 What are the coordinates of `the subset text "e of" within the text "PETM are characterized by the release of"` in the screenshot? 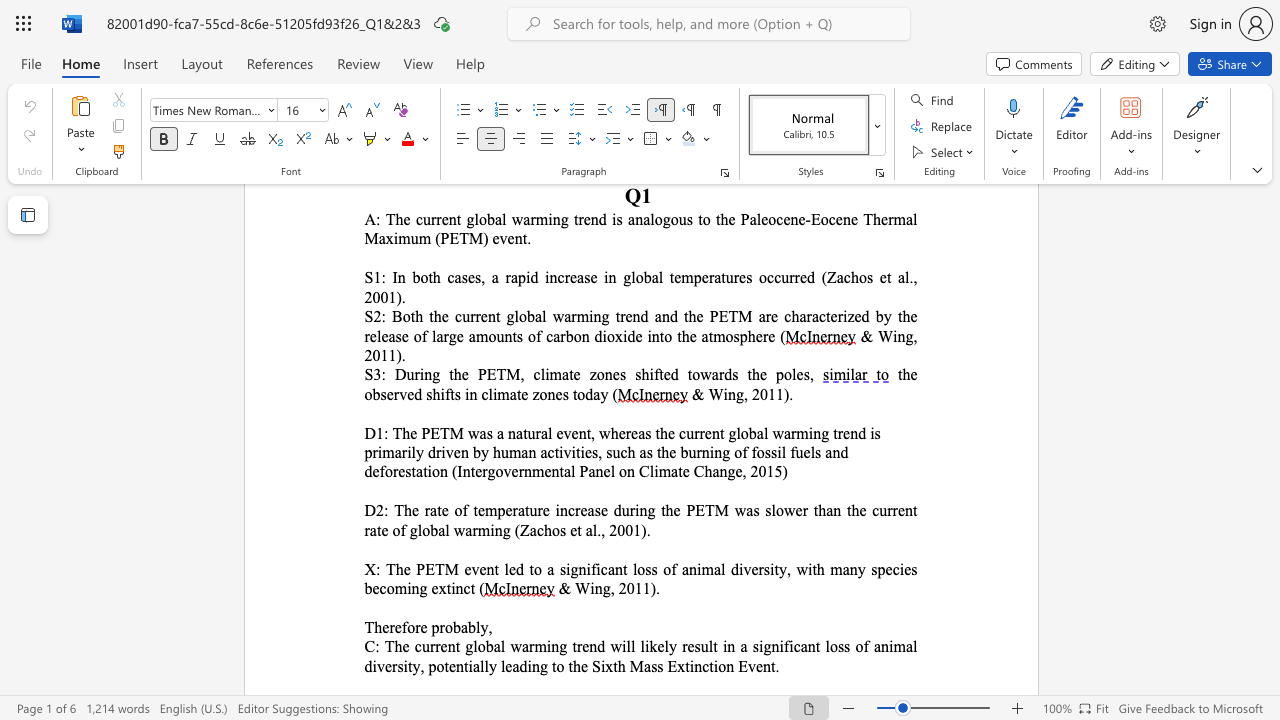 It's located at (400, 335).